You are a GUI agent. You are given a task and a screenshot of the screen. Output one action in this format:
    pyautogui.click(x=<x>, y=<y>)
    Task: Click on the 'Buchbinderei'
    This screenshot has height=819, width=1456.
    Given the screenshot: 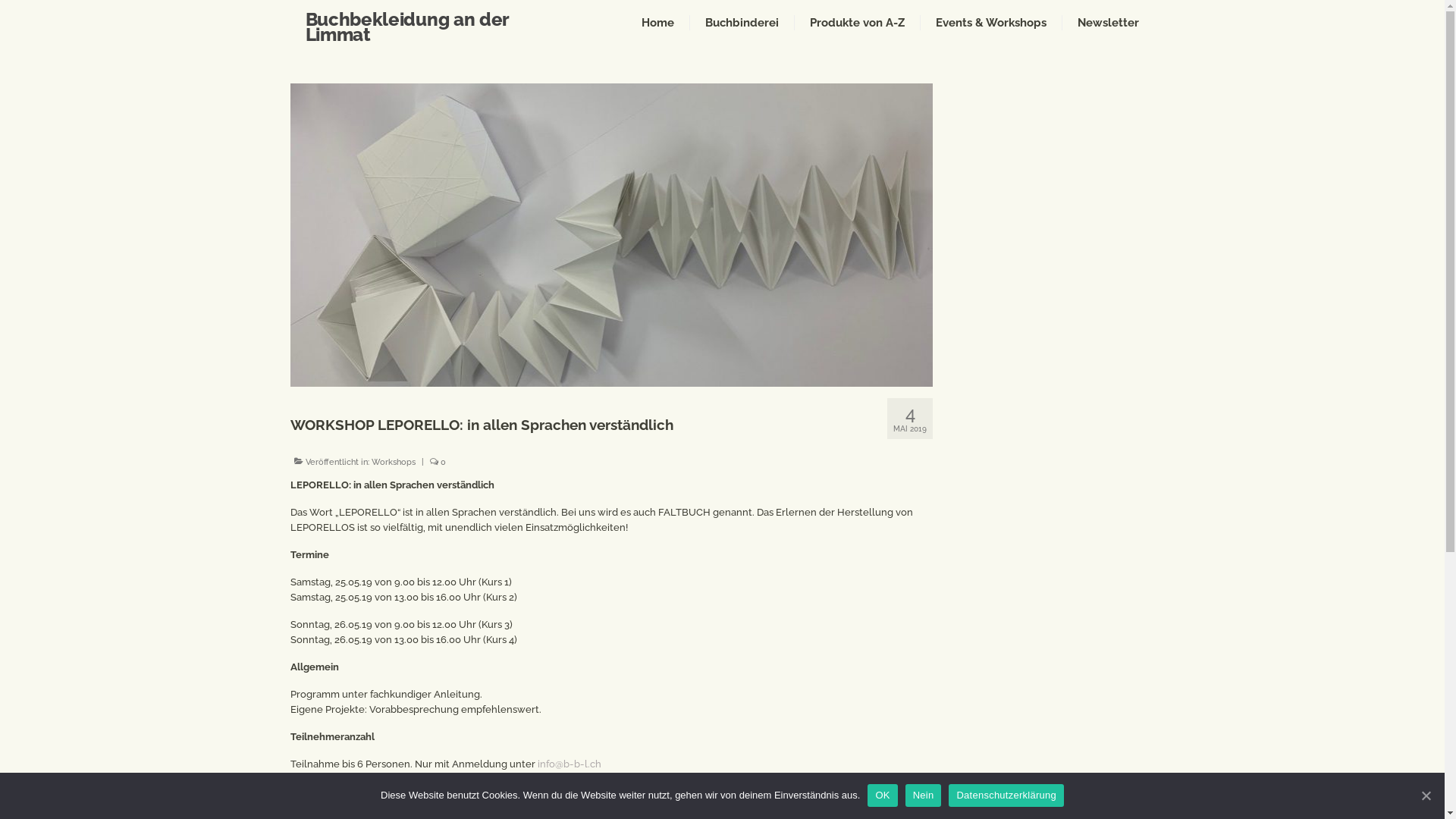 What is the action you would take?
    pyautogui.click(x=742, y=23)
    